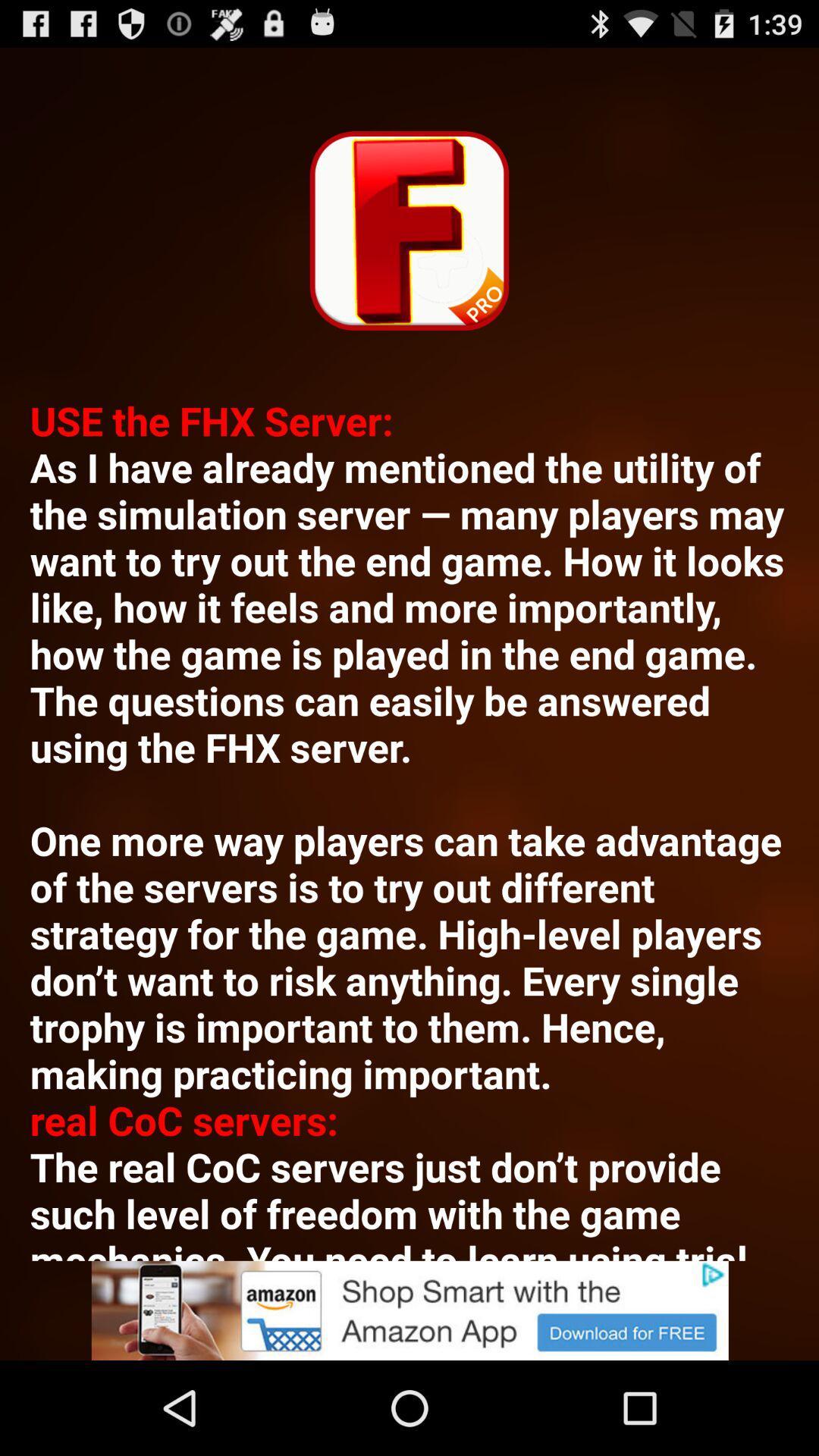 The width and height of the screenshot is (819, 1456). I want to click on advertisement button, so click(409, 1310).